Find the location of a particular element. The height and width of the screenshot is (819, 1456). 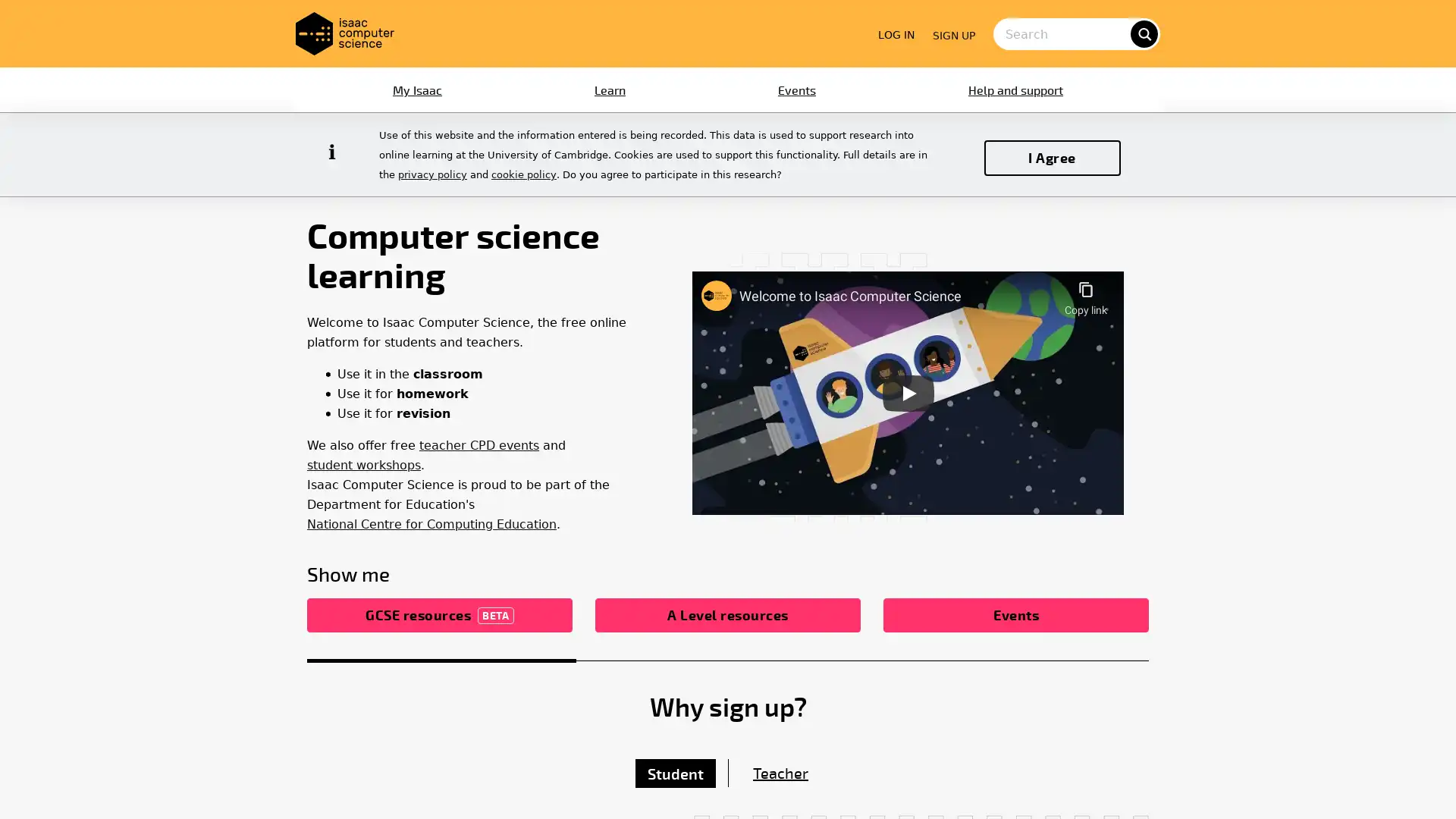

search is located at coordinates (1143, 33).